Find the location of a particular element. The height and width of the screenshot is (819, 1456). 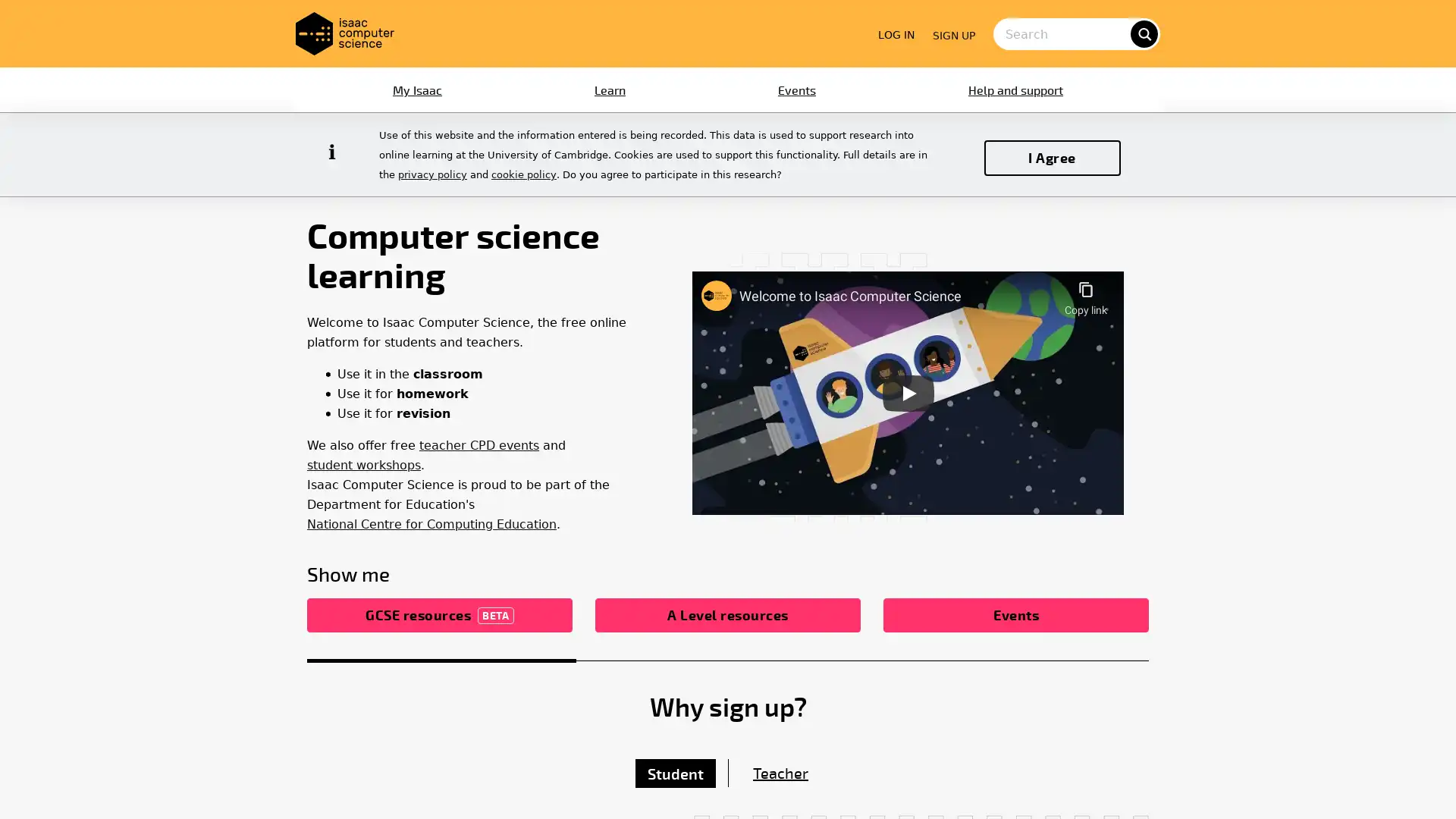

search is located at coordinates (1143, 33).